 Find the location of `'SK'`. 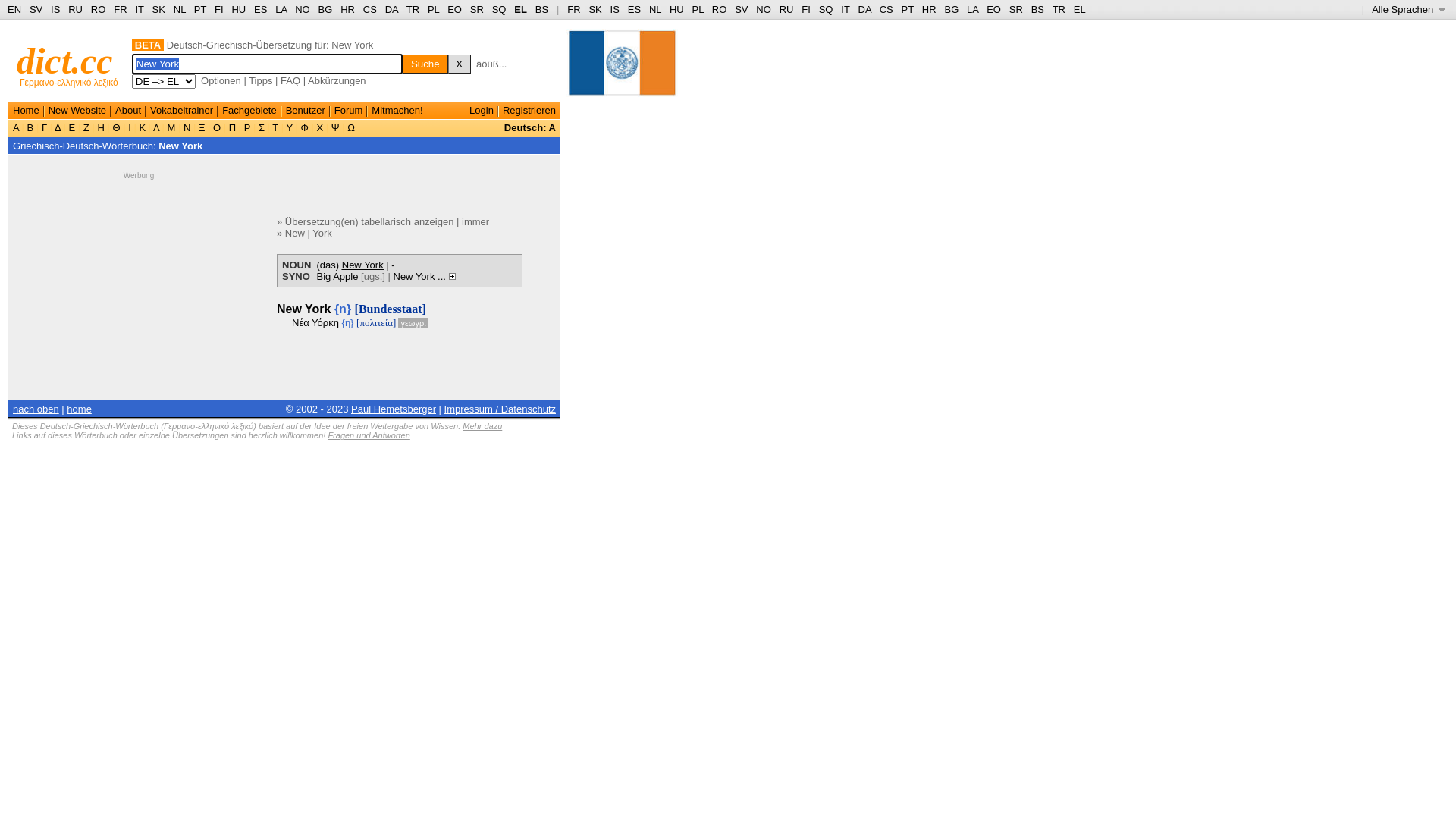

'SK' is located at coordinates (594, 9).